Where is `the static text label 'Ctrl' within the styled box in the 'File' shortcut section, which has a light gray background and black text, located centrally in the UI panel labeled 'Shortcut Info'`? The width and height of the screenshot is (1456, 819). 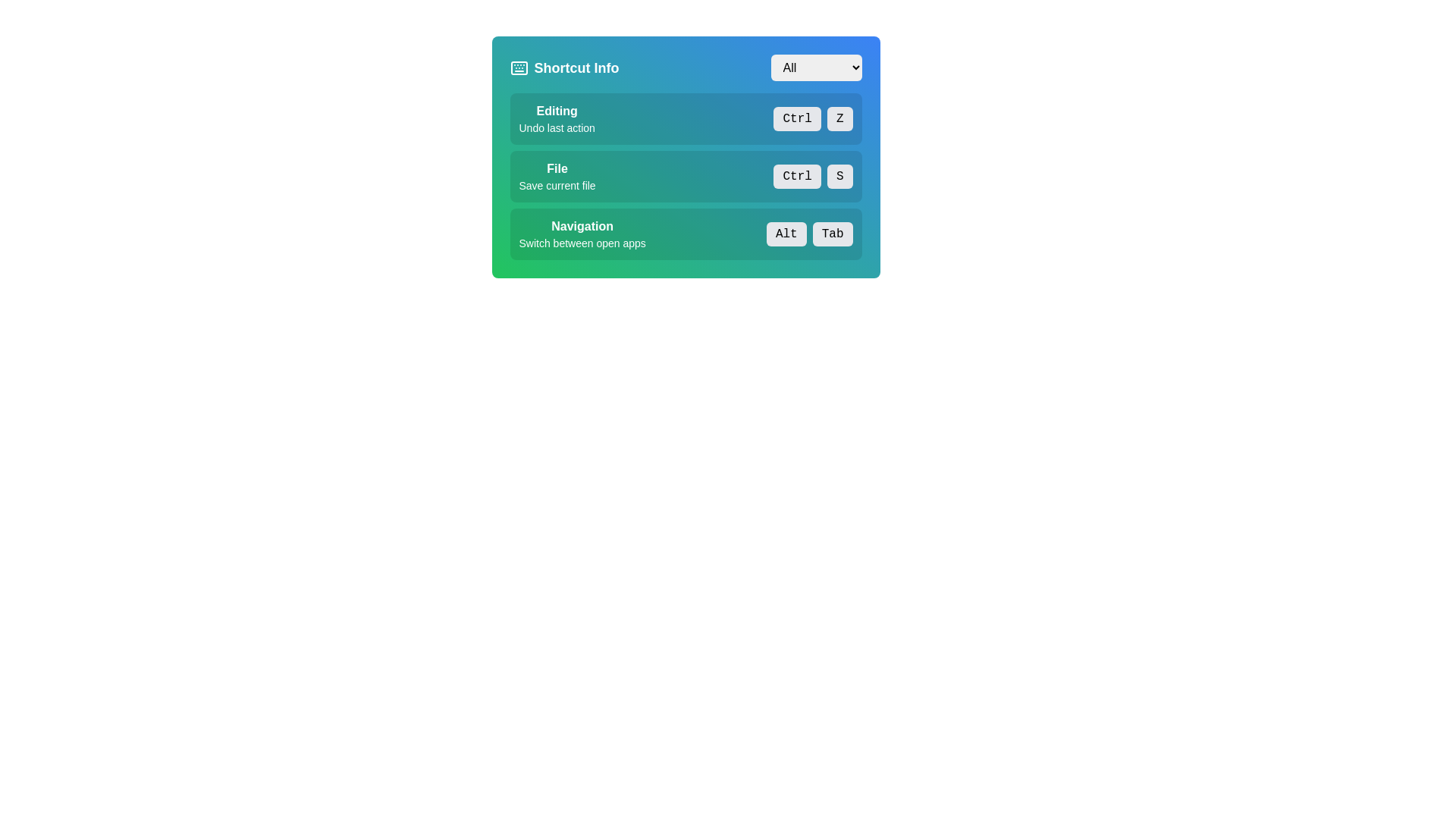 the static text label 'Ctrl' within the styled box in the 'File' shortcut section, which has a light gray background and black text, located centrally in the UI panel labeled 'Shortcut Info' is located at coordinates (796, 175).